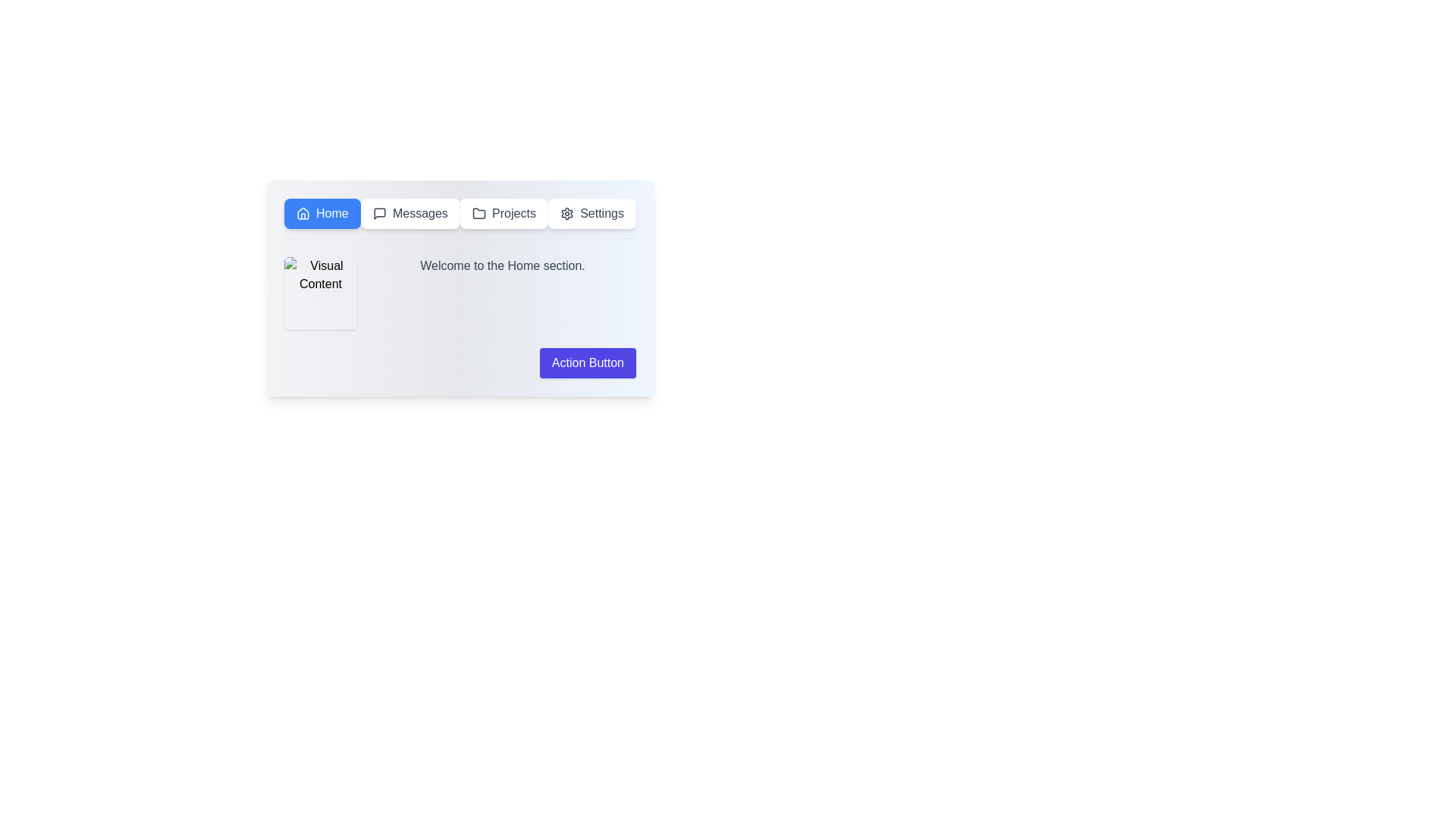 The height and width of the screenshot is (819, 1456). What do you see at coordinates (566, 213) in the screenshot?
I see `the settings icon located in the top navigation bar, to the left of the text` at bounding box center [566, 213].